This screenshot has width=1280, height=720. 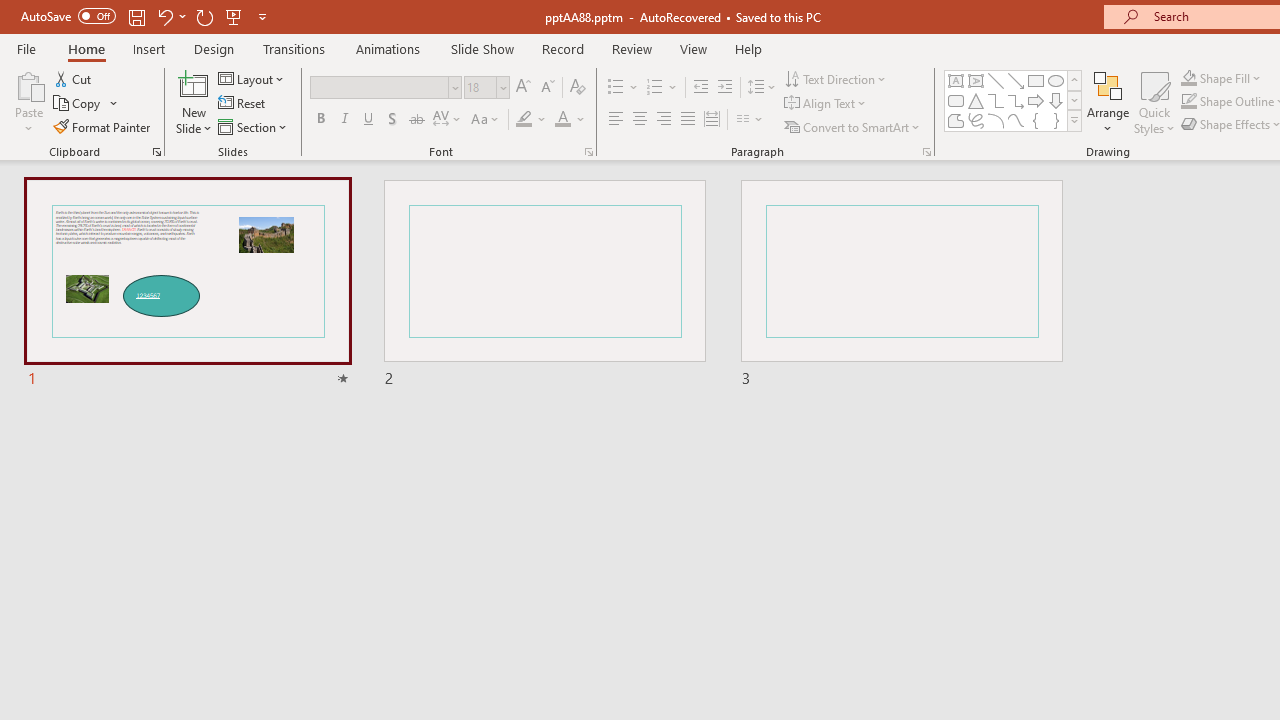 What do you see at coordinates (1016, 120) in the screenshot?
I see `'Curve'` at bounding box center [1016, 120].